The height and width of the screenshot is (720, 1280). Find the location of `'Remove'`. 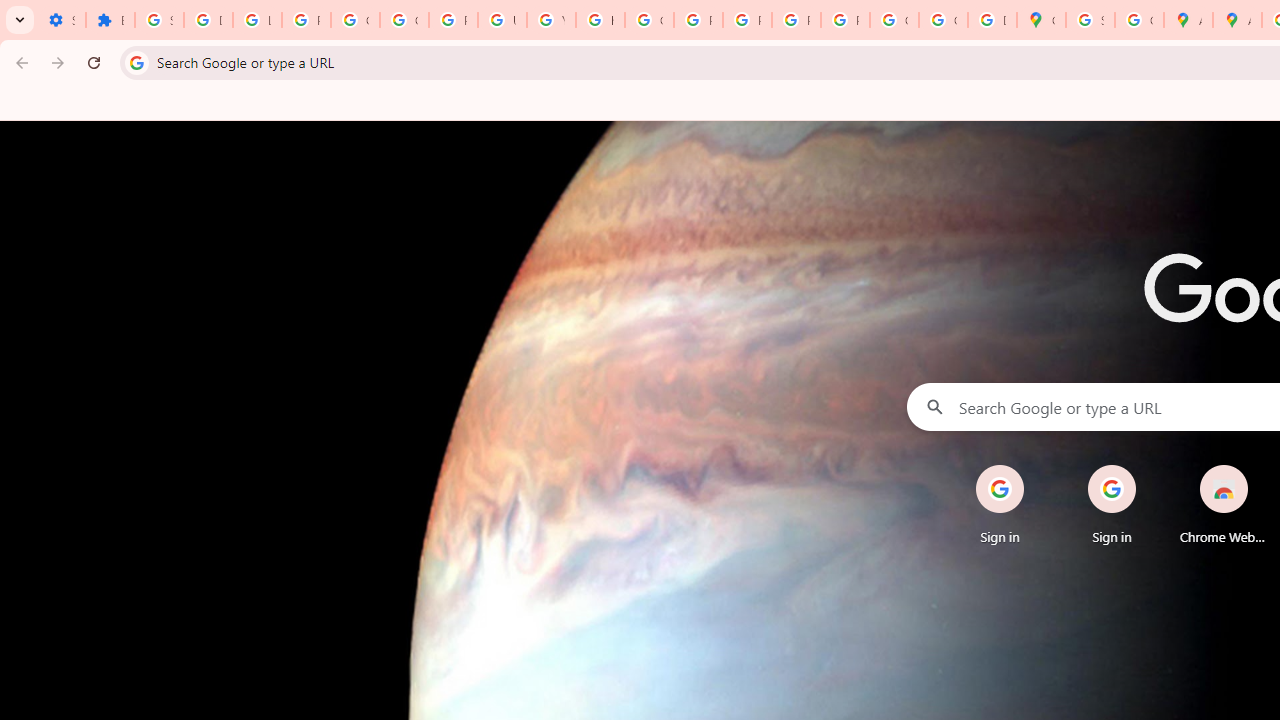

'Remove' is located at coordinates (1263, 466).